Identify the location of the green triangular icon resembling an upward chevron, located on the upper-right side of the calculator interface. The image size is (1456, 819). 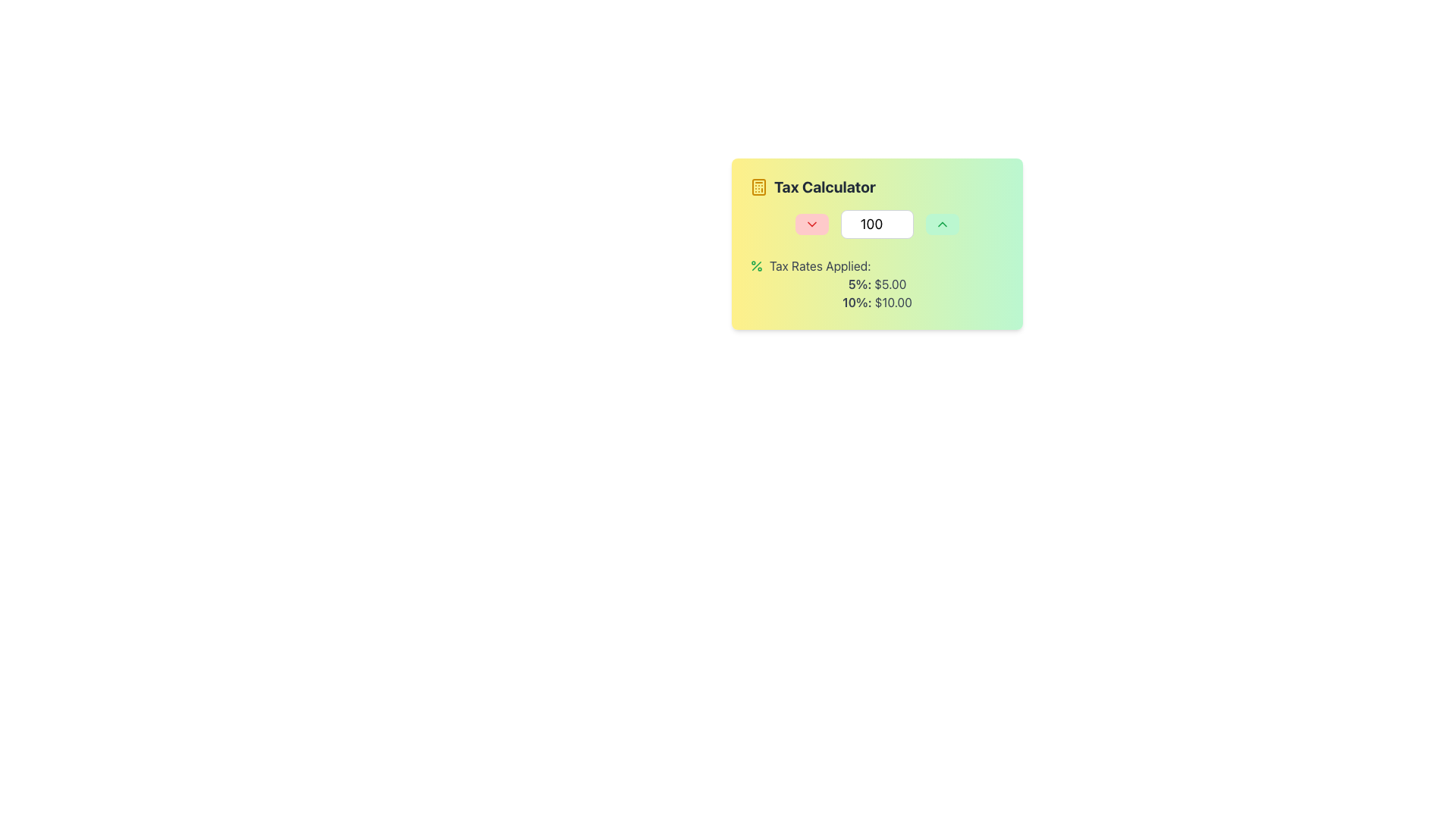
(942, 224).